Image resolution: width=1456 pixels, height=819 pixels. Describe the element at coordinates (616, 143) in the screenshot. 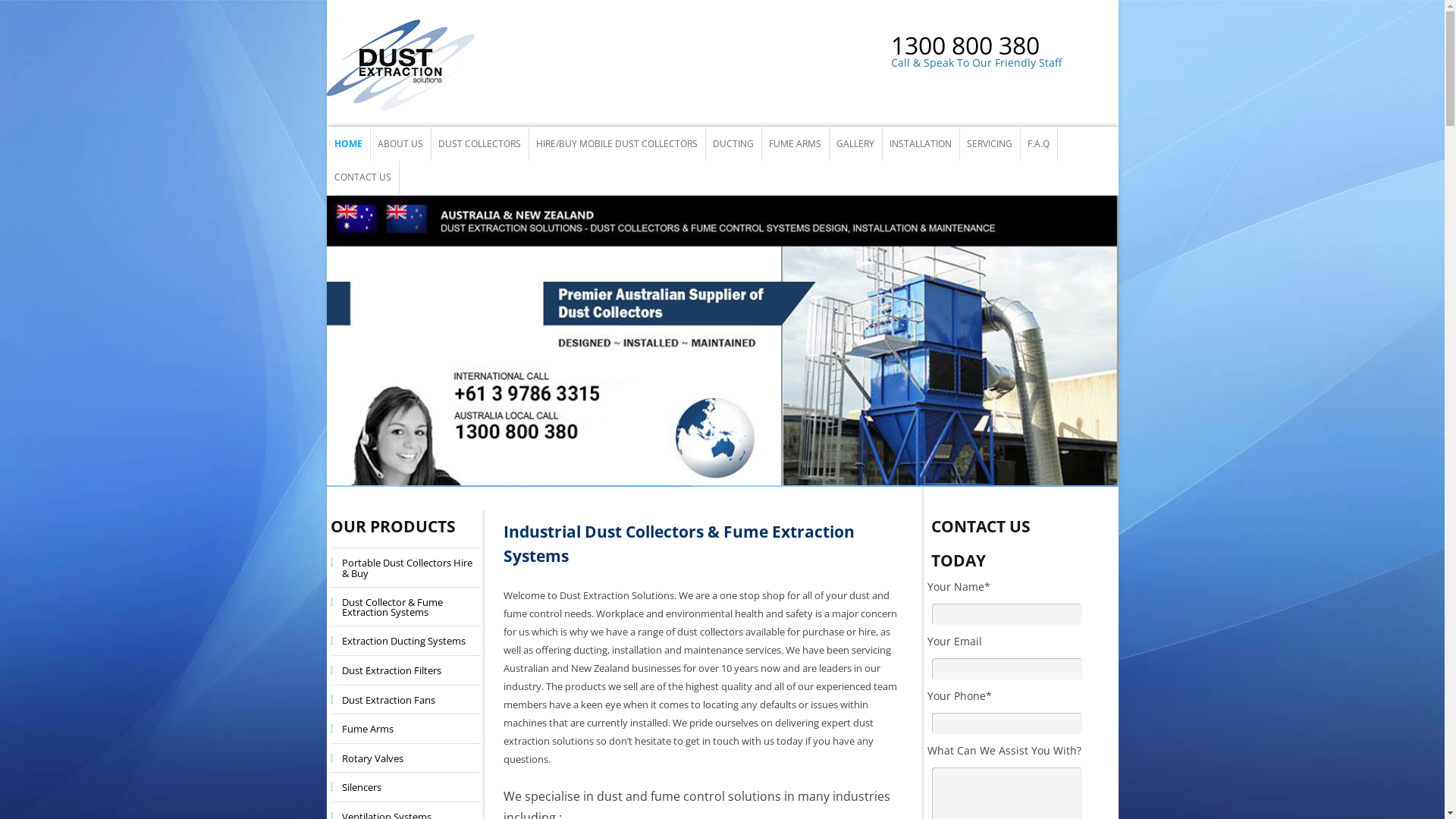

I see `'HIRE/BUY MOBILE DUST COLLECTORS'` at that location.